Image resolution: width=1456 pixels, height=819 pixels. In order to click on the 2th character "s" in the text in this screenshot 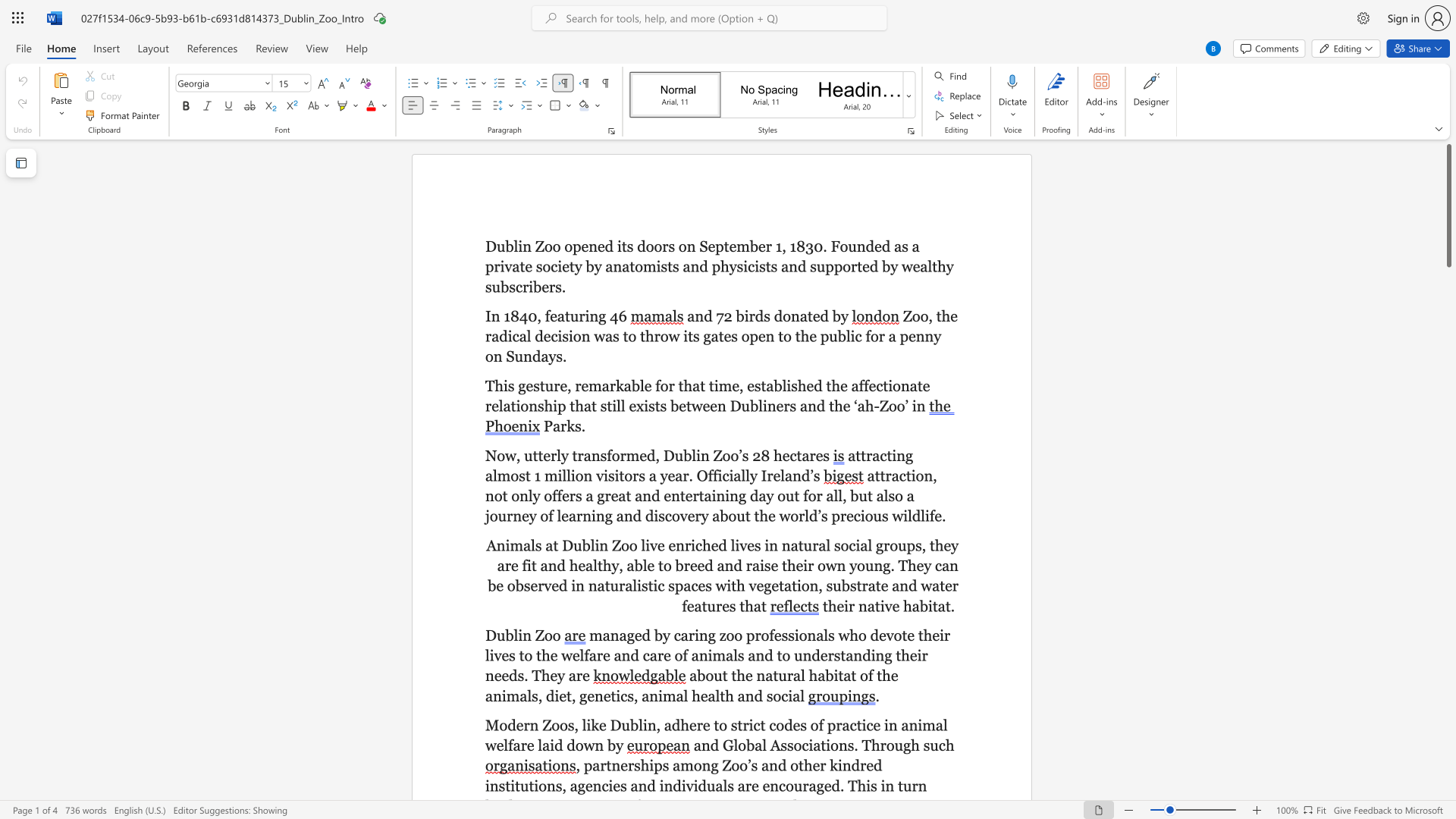, I will do `click(536, 384)`.